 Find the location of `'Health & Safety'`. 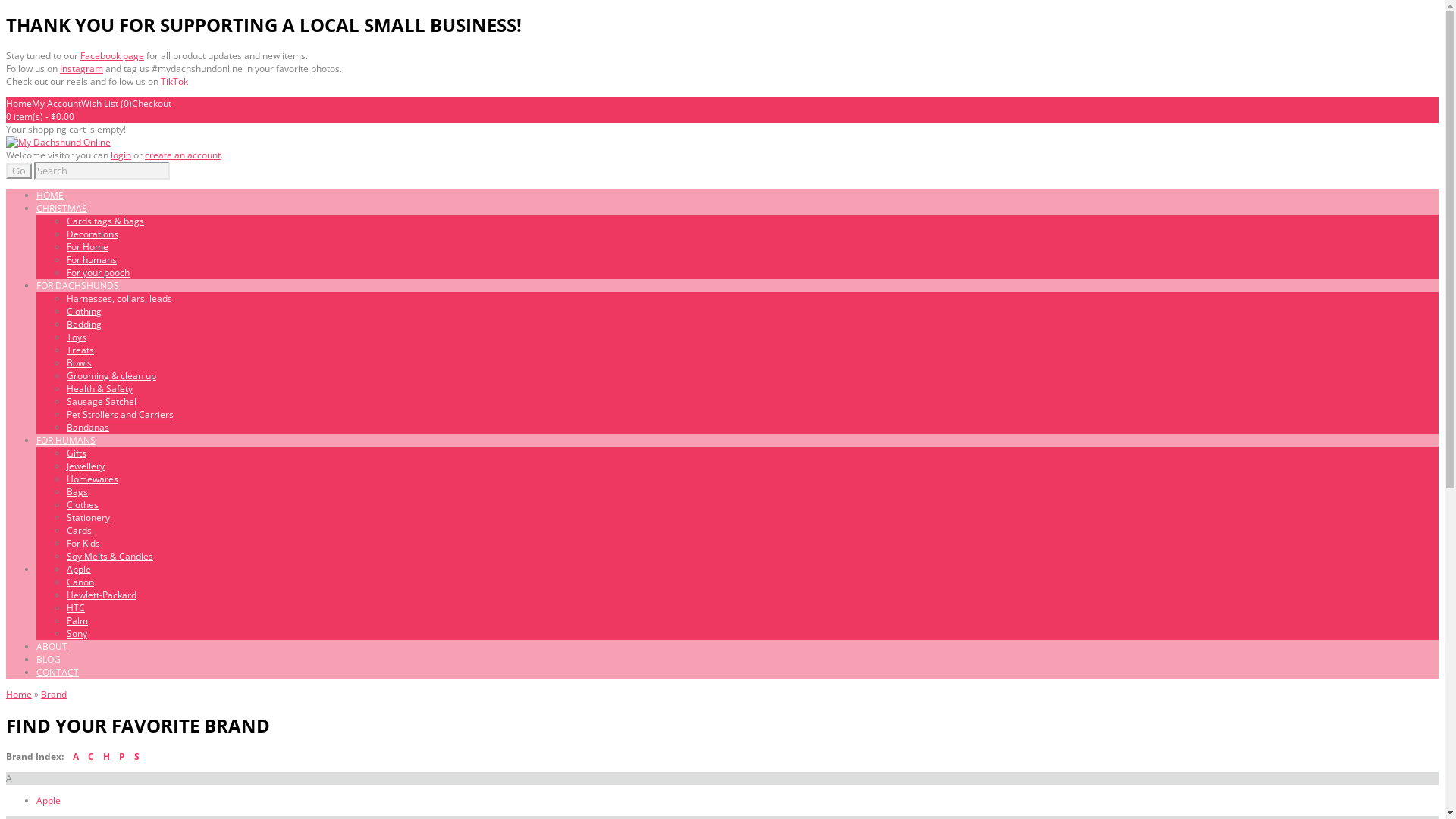

'Health & Safety' is located at coordinates (65, 388).